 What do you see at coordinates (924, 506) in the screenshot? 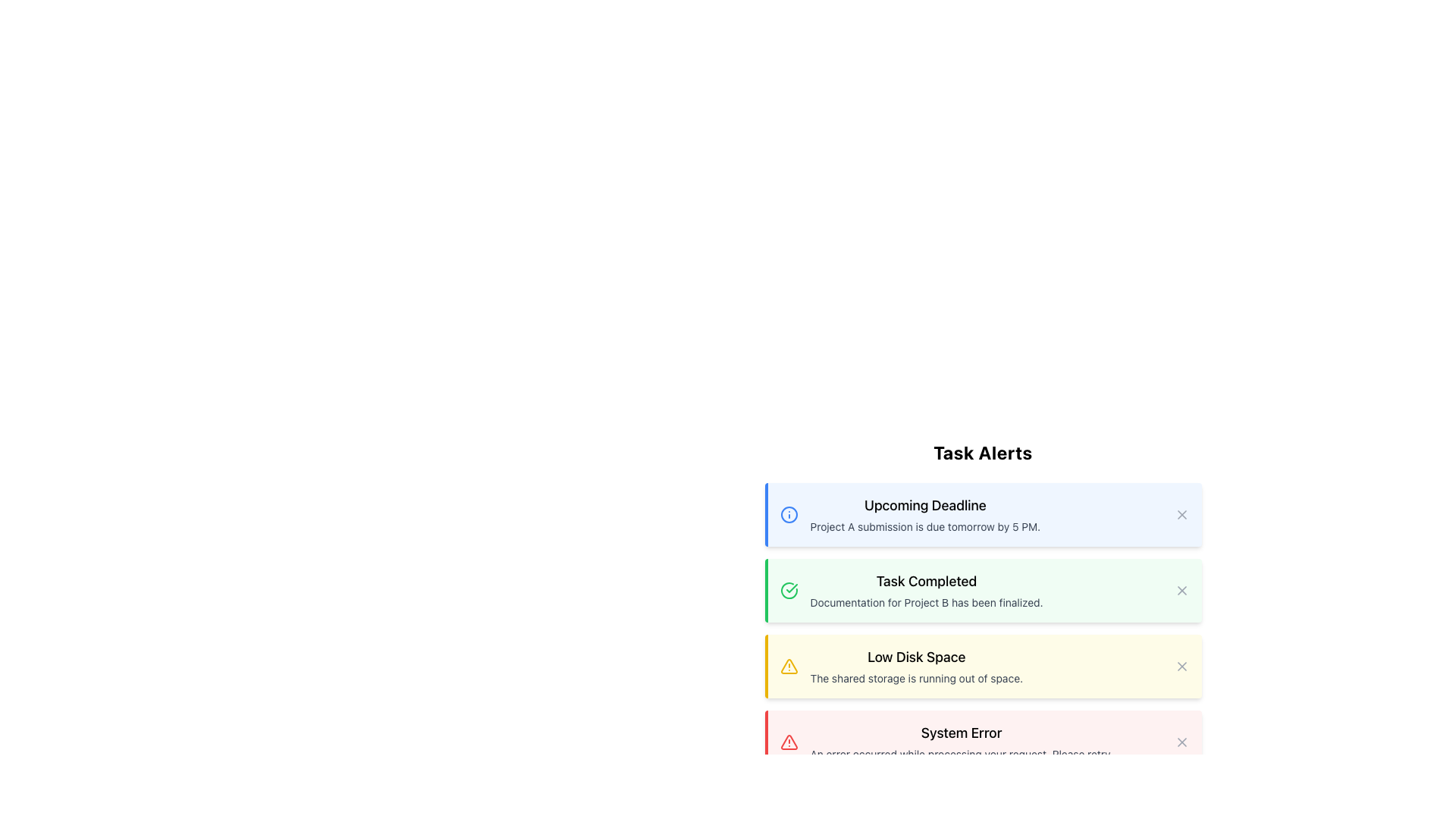
I see `the prominent text line 'Upcoming Deadline' styled in bold within the blue notification box under the 'Task Alerts' section` at bounding box center [924, 506].